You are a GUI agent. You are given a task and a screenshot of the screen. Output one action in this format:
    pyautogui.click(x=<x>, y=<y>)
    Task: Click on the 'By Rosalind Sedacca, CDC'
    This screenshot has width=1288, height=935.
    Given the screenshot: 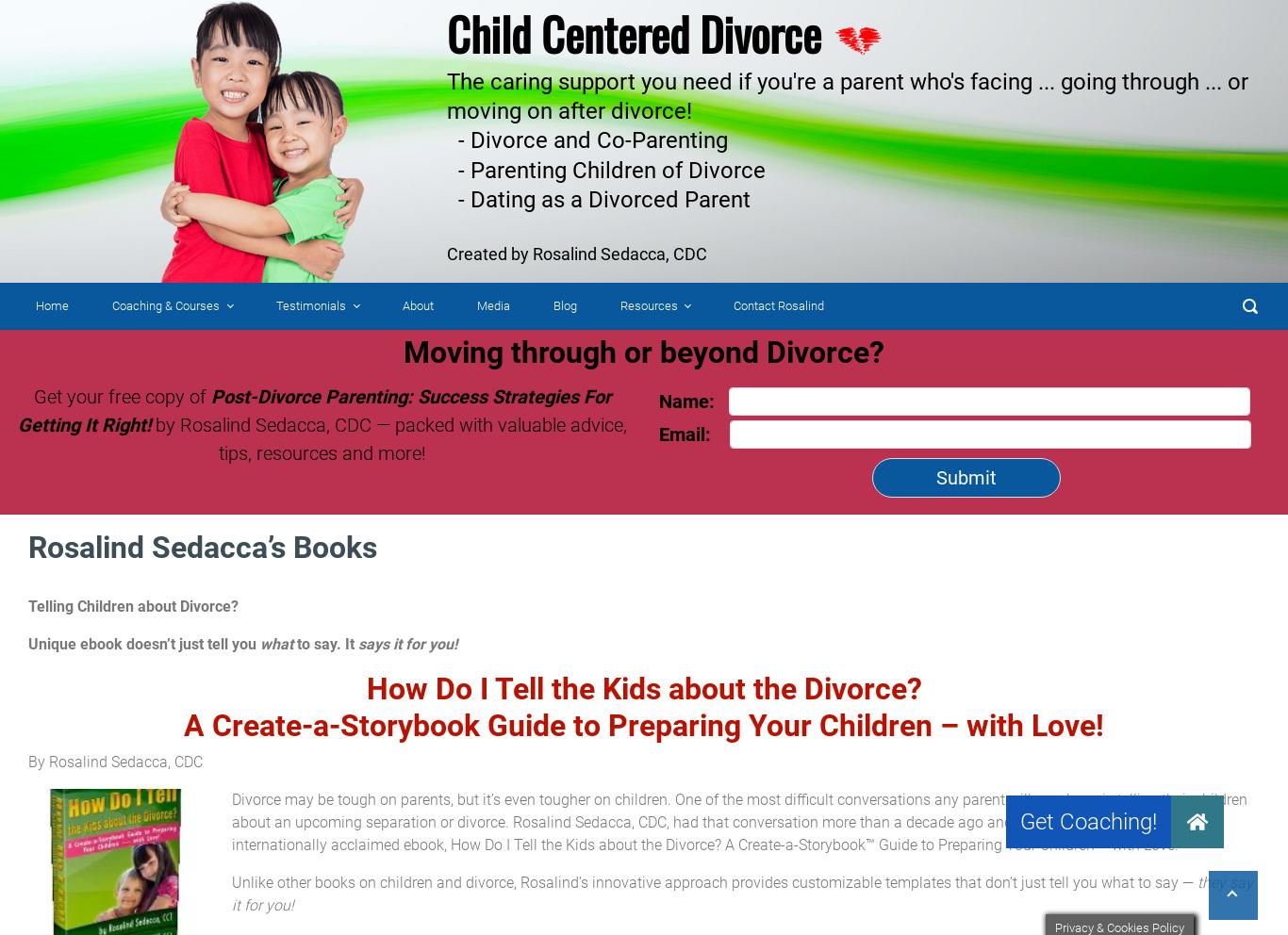 What is the action you would take?
    pyautogui.click(x=114, y=762)
    